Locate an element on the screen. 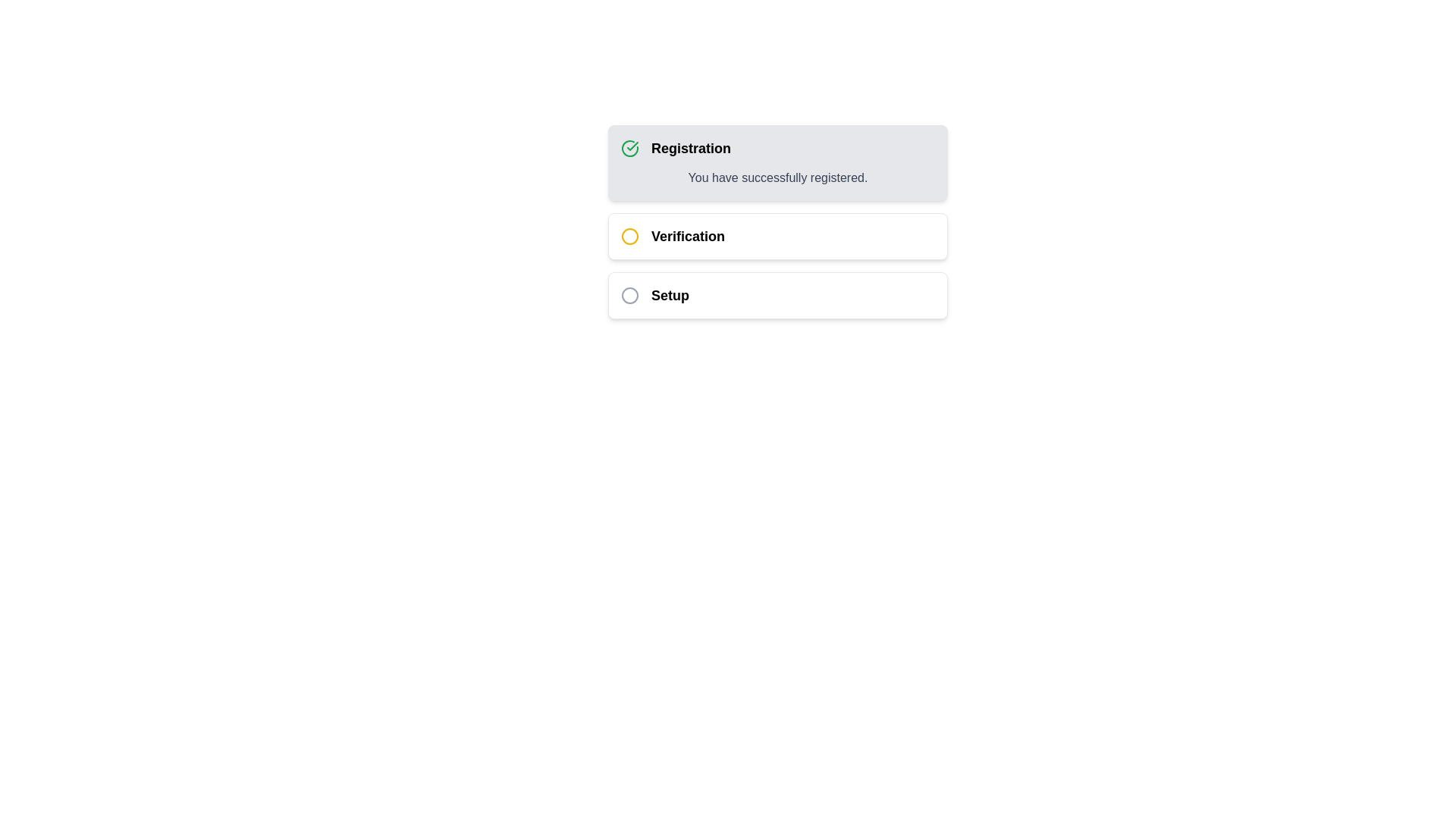 The width and height of the screenshot is (1456, 819). the yellow circular outline icon next to the 'Verification' label is located at coordinates (629, 237).